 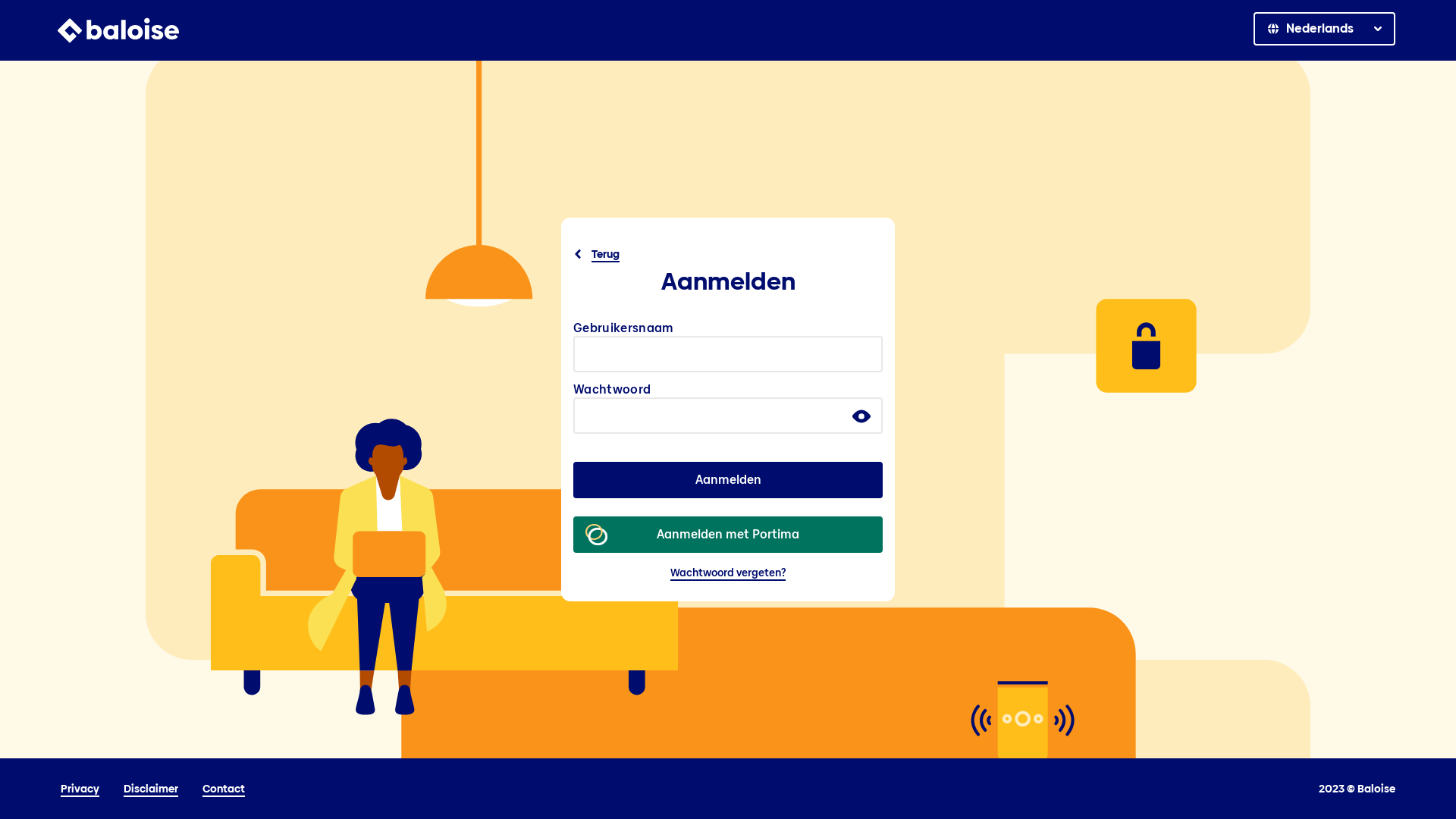 What do you see at coordinates (728, 534) in the screenshot?
I see `'Aanmelden met Portima'` at bounding box center [728, 534].